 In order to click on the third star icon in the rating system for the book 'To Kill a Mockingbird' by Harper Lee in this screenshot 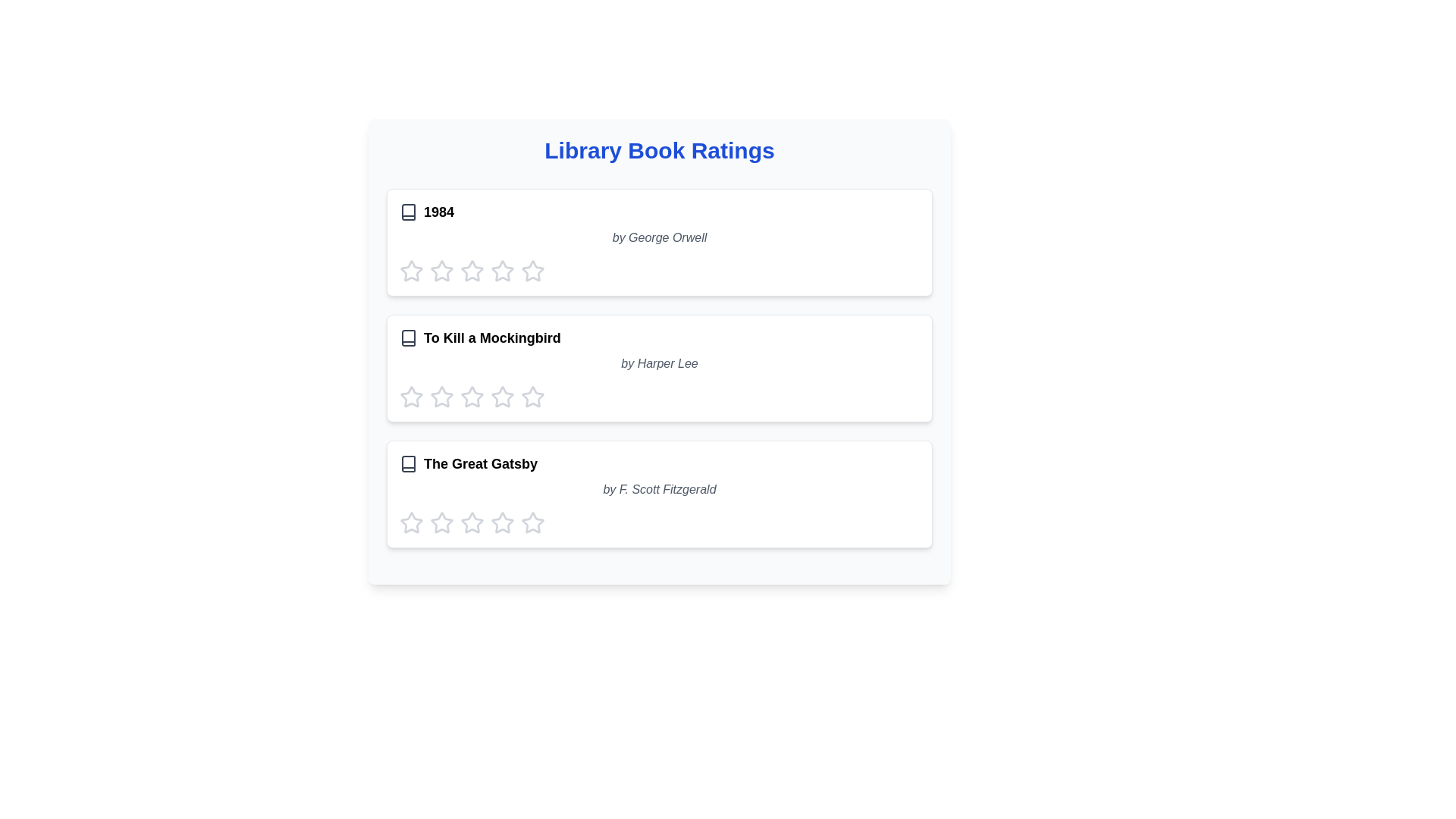, I will do `click(441, 397)`.